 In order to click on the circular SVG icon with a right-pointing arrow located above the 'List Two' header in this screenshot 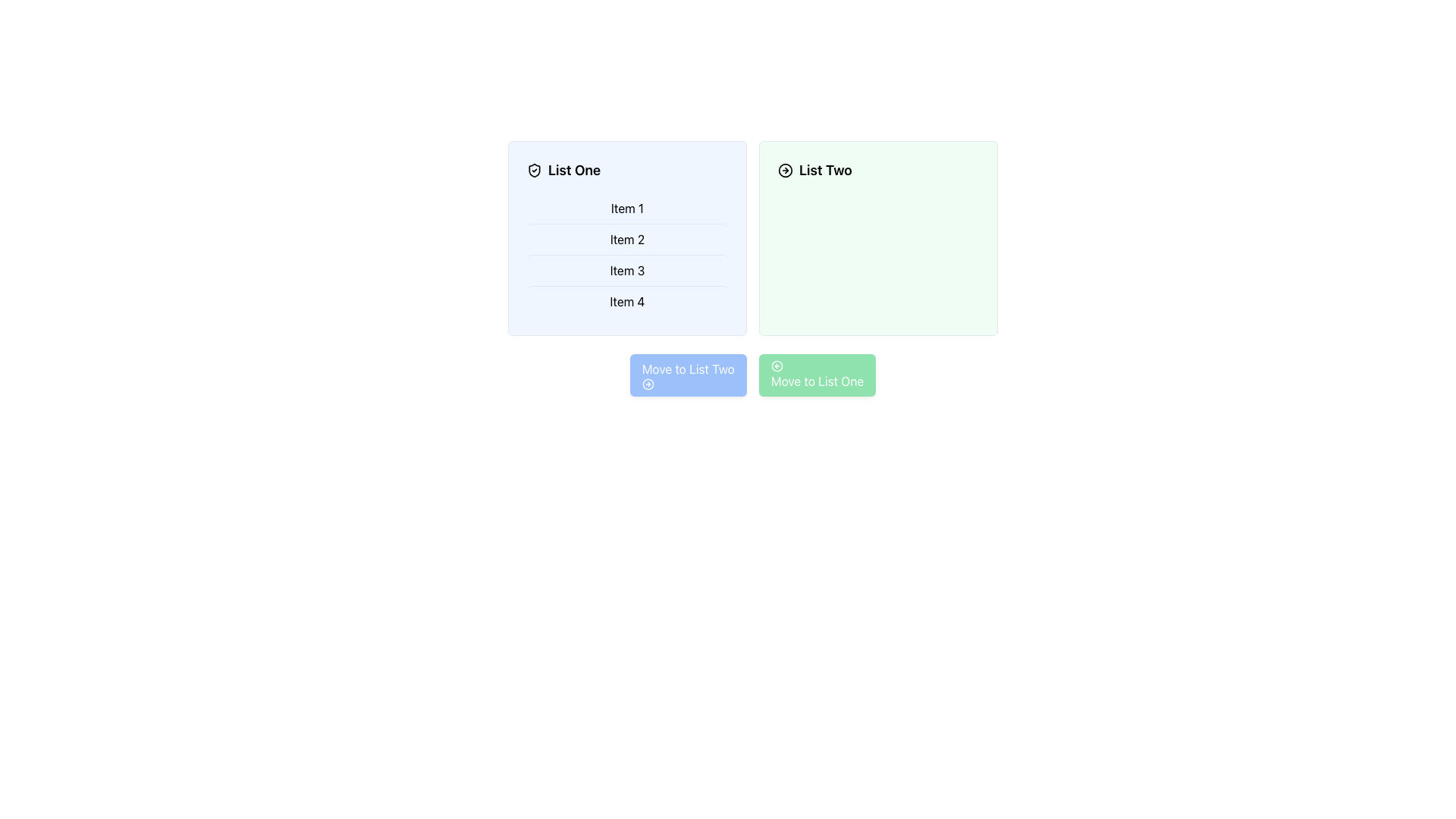, I will do `click(786, 170)`.